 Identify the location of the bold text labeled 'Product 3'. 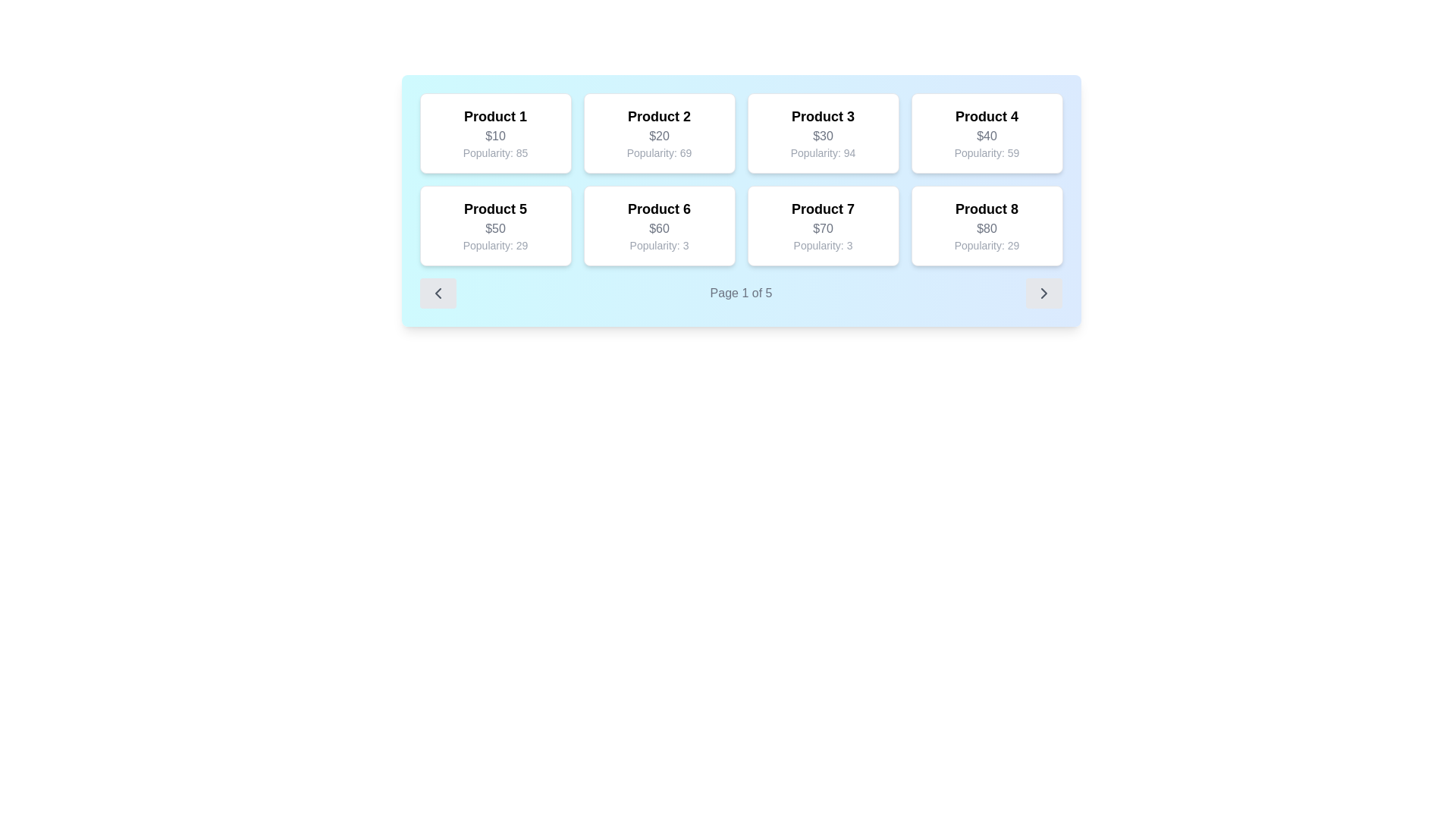
(822, 116).